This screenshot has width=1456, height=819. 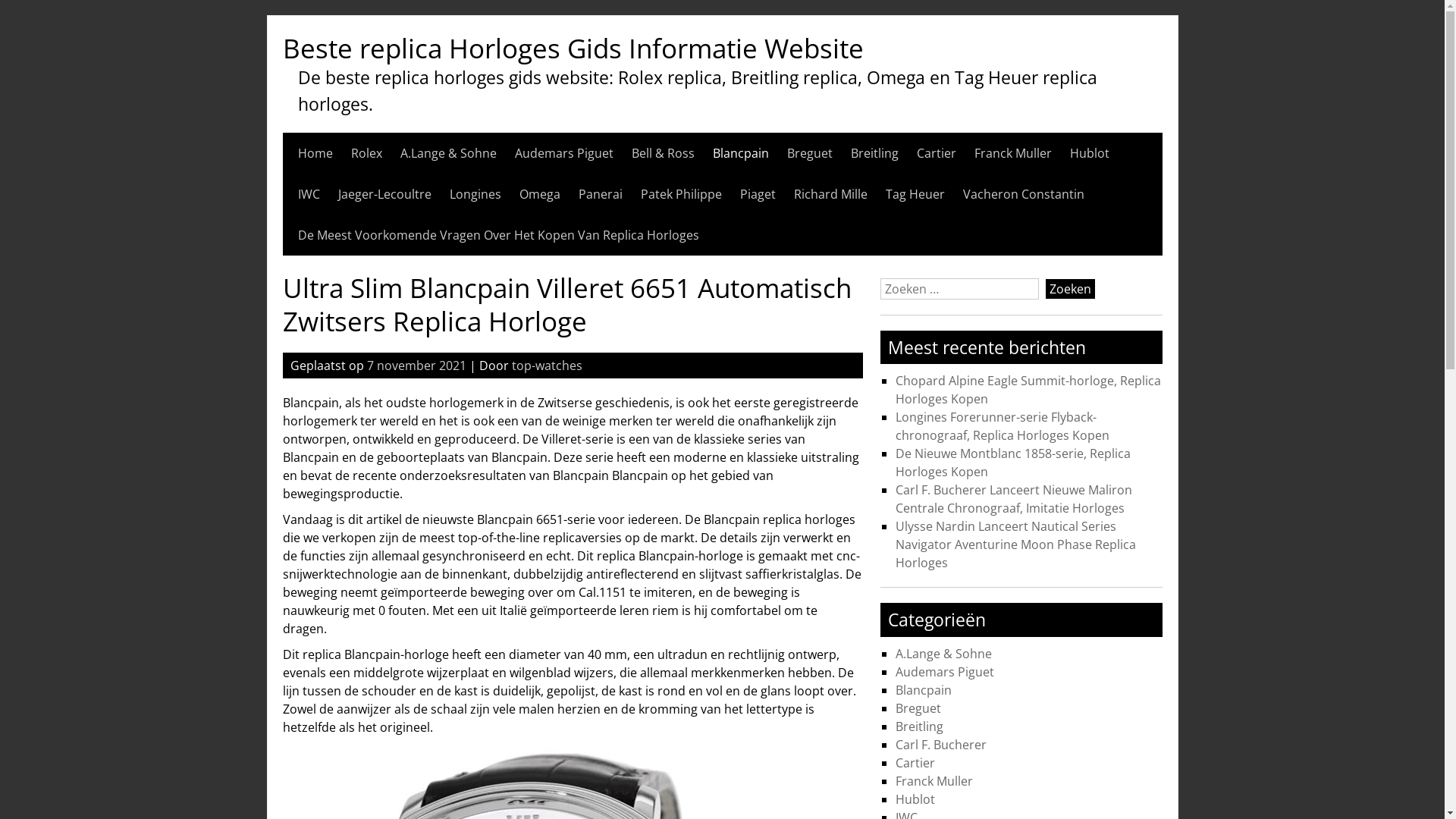 What do you see at coordinates (313, 152) in the screenshot?
I see `'Home'` at bounding box center [313, 152].